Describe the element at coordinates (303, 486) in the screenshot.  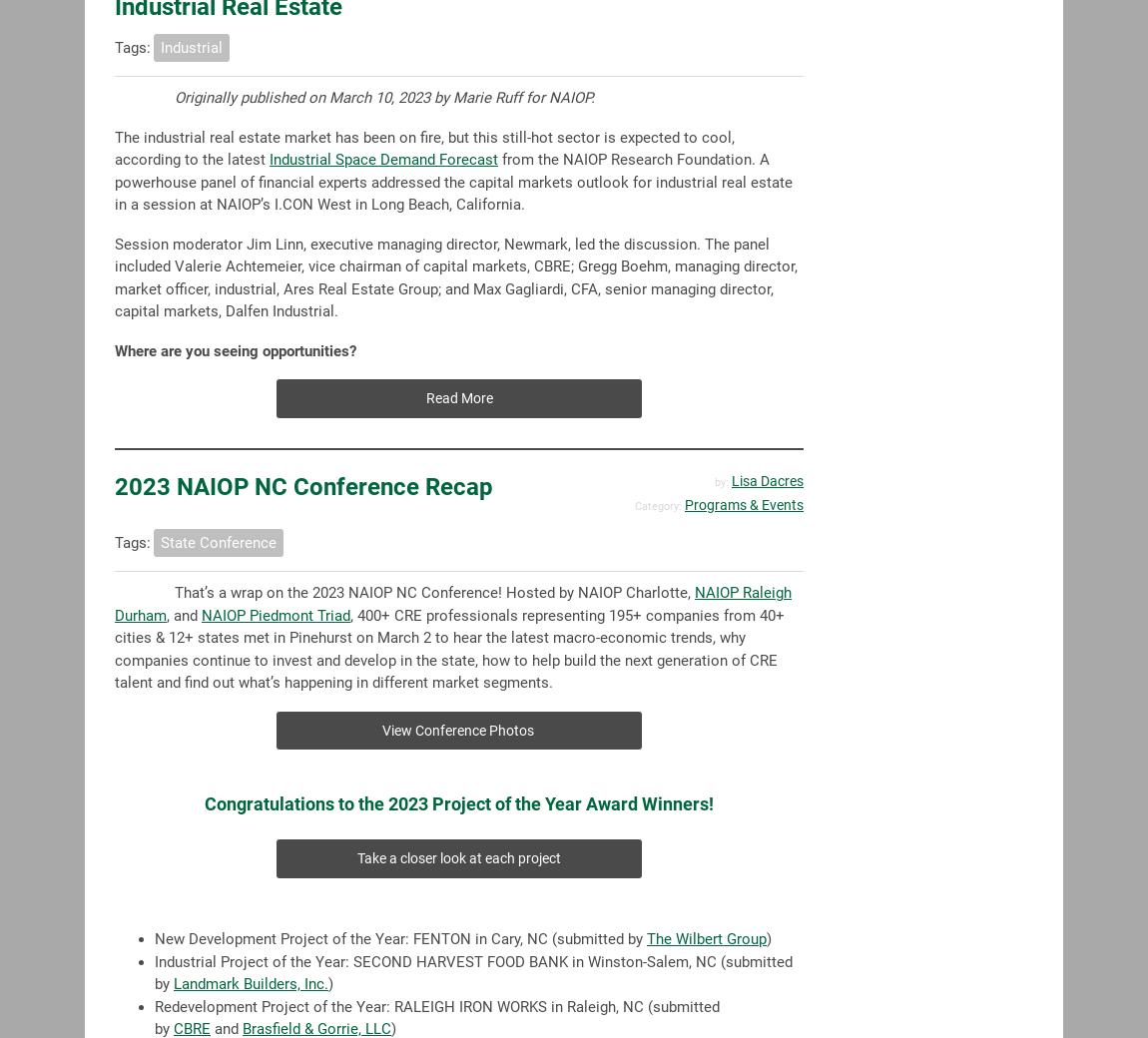
I see `'2023 NAIOP NC Conference Recap'` at that location.